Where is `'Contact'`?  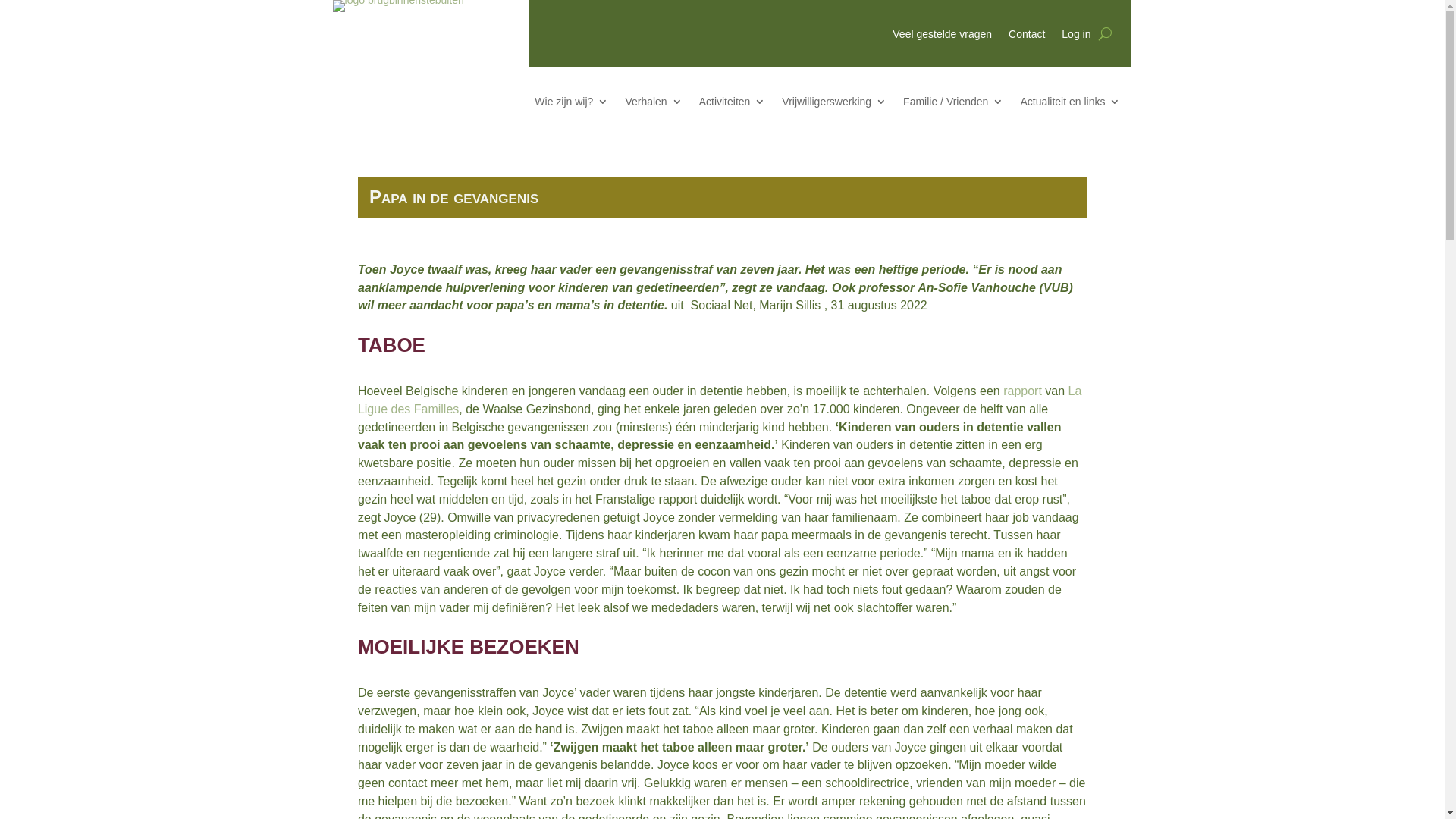
'Contact' is located at coordinates (1026, 36).